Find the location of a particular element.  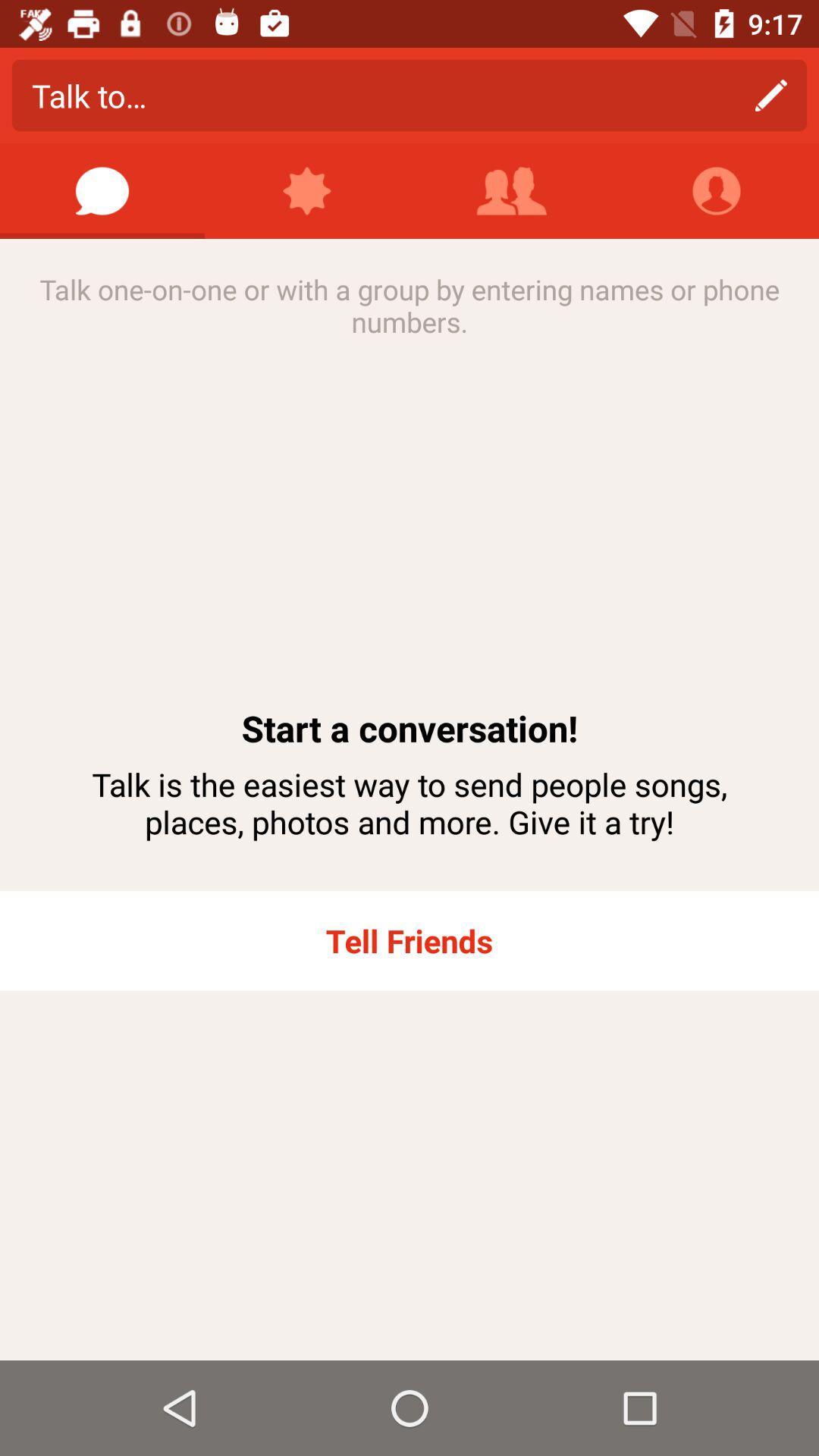

the settings icon is located at coordinates (307, 190).